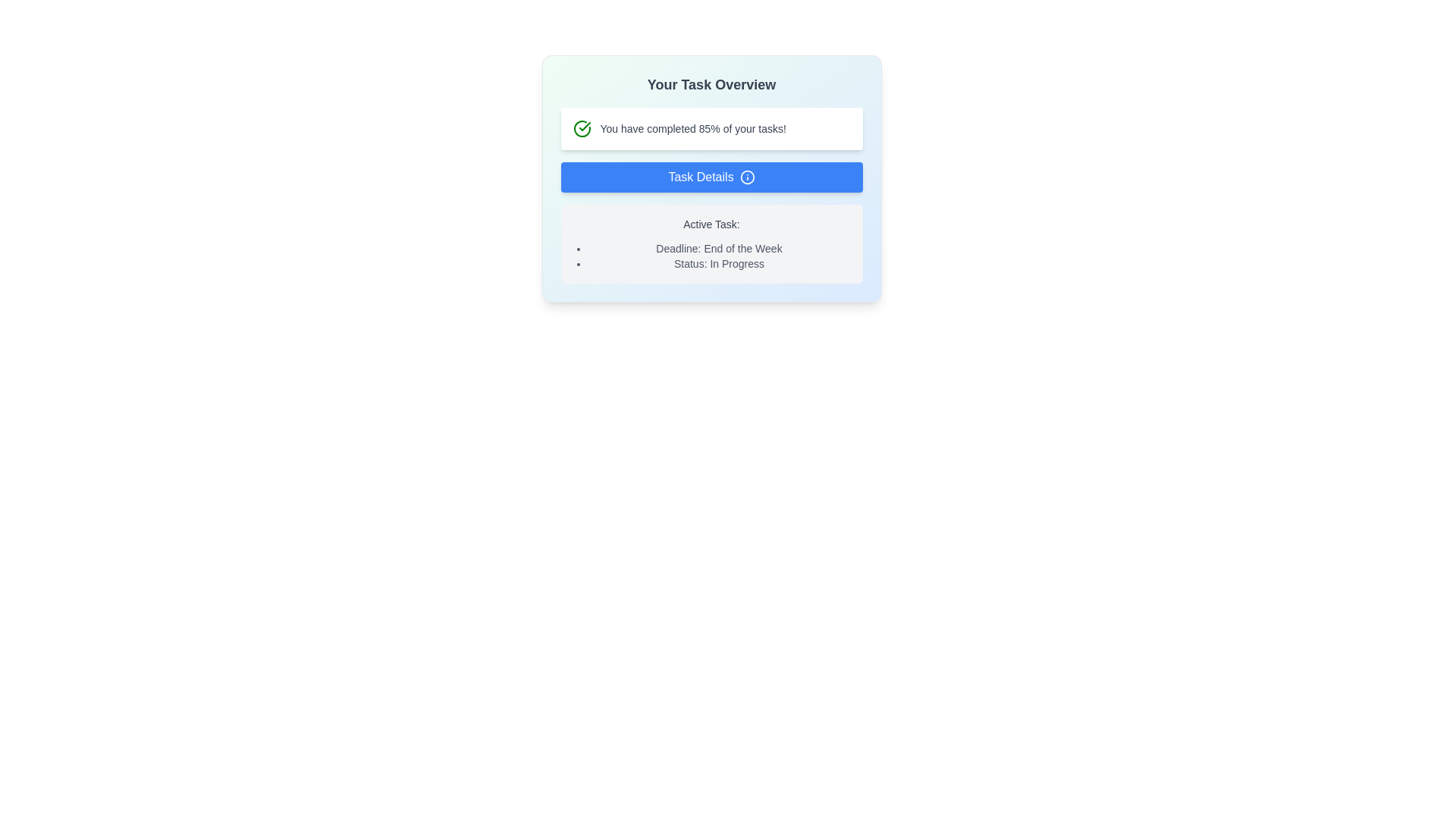  I want to click on the text element that indicates the completion percentage of tasks, which is located within a white panel with rounded corners and a green check icon on its left, so click(692, 127).